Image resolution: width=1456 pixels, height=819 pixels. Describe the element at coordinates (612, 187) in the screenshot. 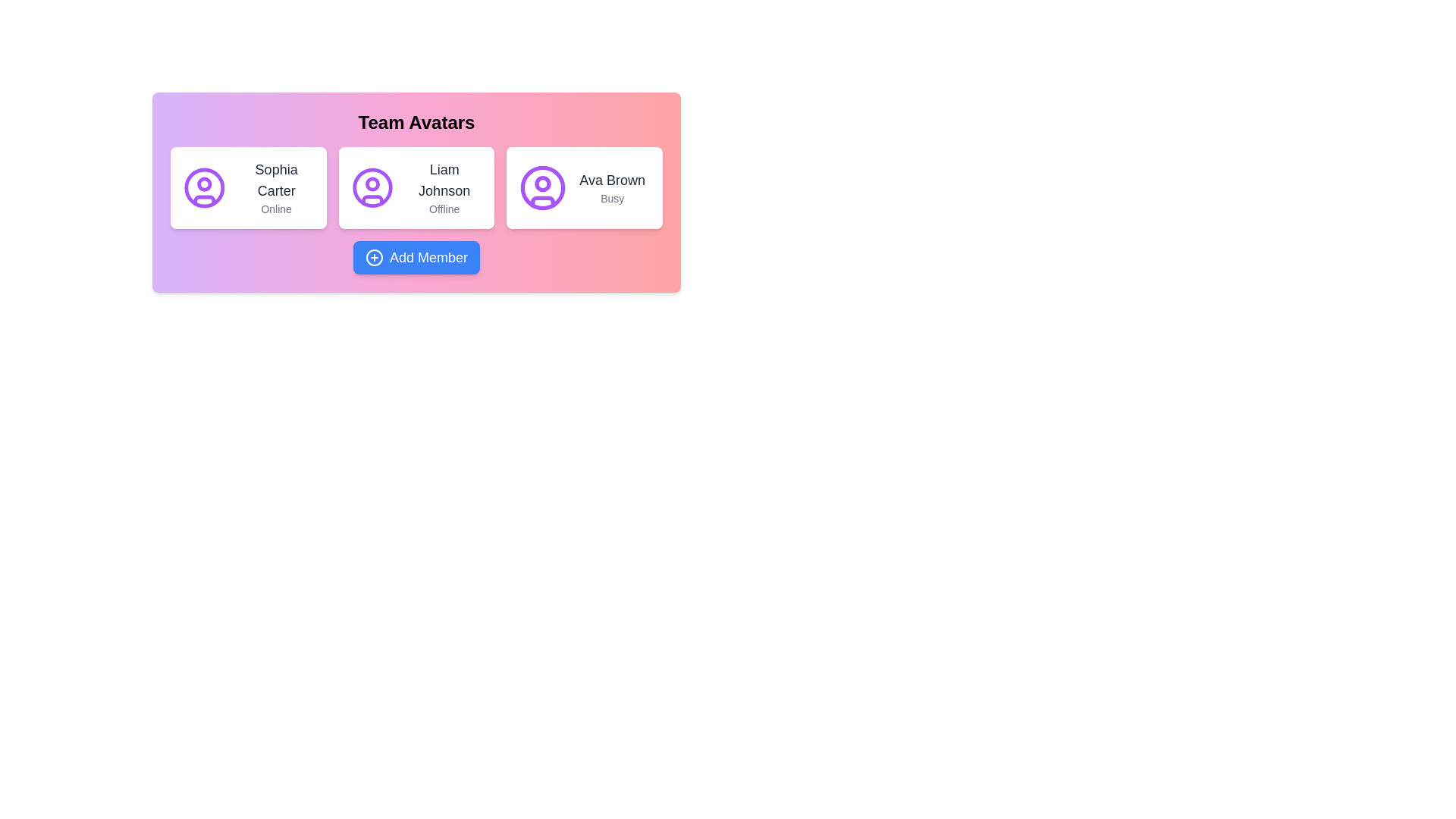

I see `the textual display component showing 'Ava Brown' and 'Busy', located in the rightmost card of three horizontally aligned cards` at that location.